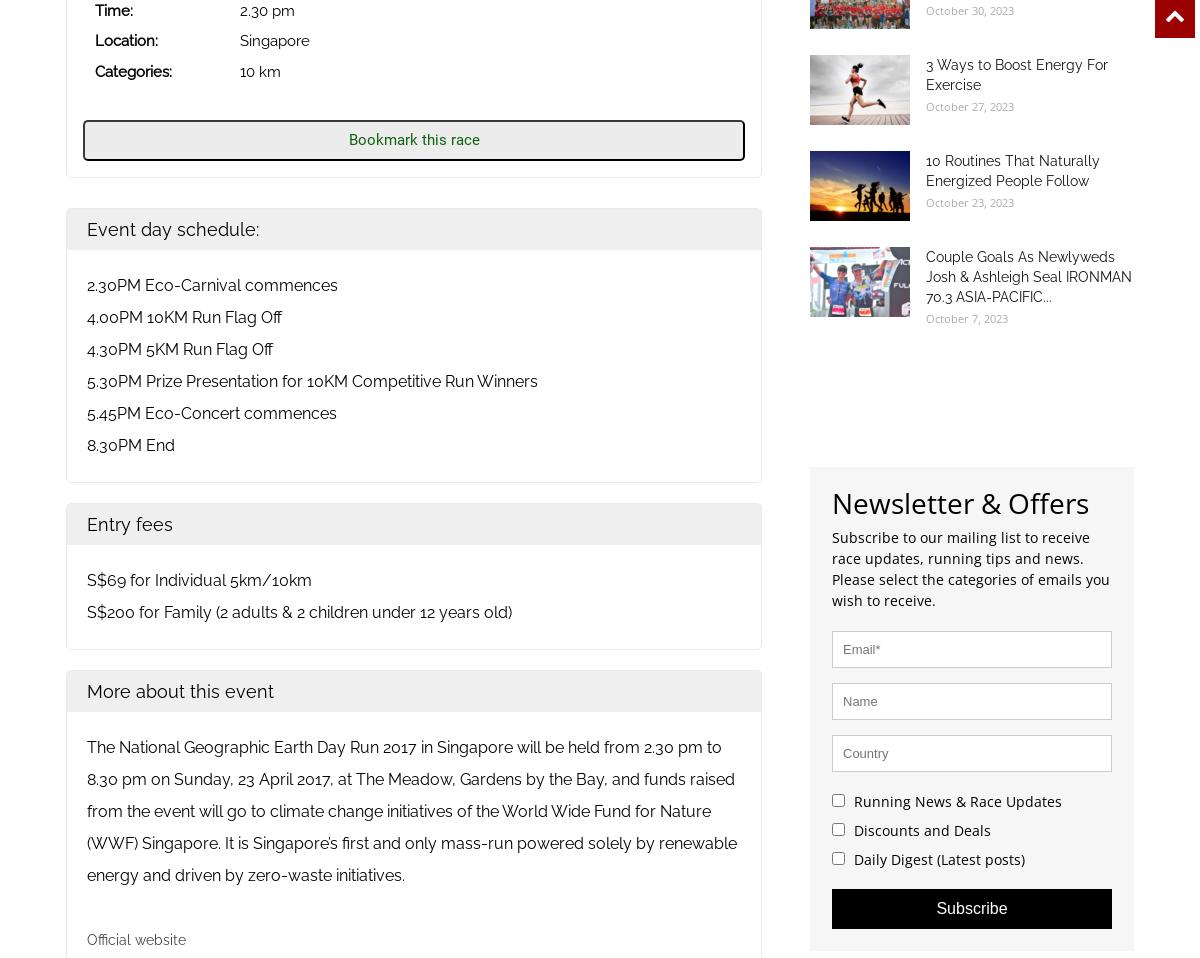 The image size is (1200, 958). I want to click on '2.30PM     Eco-Carnival commences', so click(211, 285).